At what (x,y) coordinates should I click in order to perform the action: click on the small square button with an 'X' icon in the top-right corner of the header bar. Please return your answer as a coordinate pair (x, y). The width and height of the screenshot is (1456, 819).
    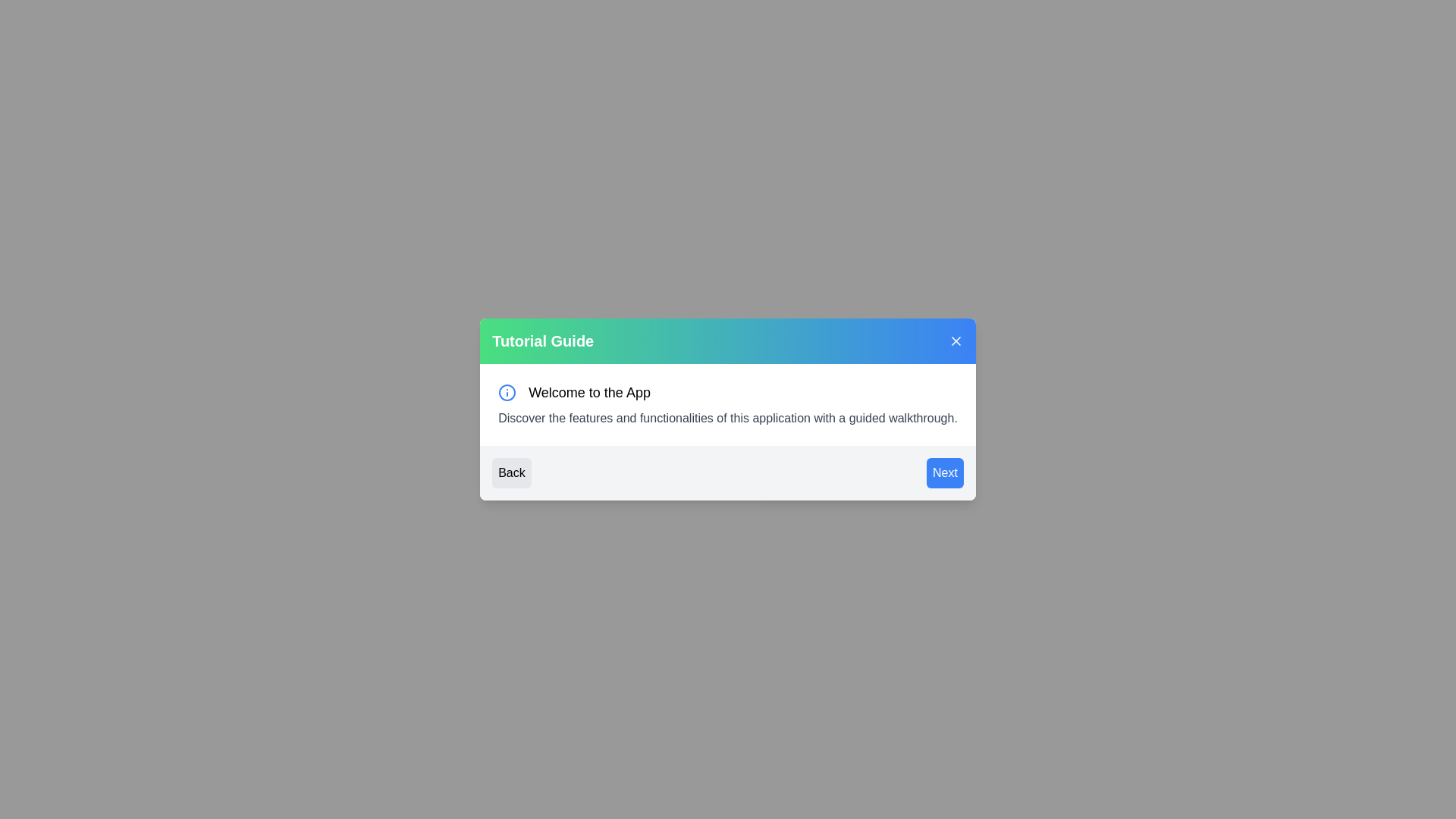
    Looking at the image, I should click on (955, 341).